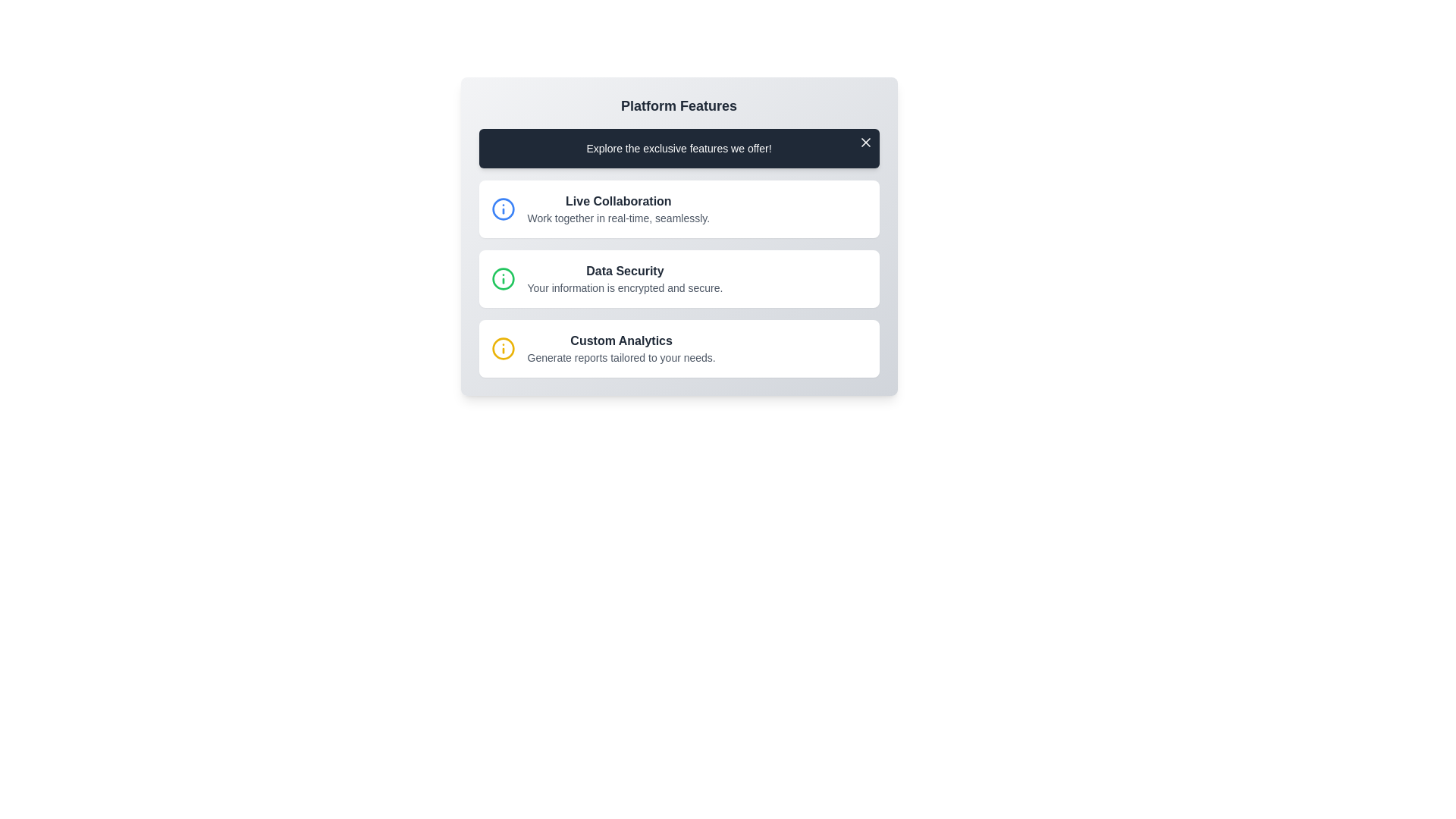 The width and height of the screenshot is (1456, 819). What do you see at coordinates (618, 209) in the screenshot?
I see `descriptive header for the 'Live Collaboration' feature, which is the first item in the vertically stacked list of features under 'Platform Features'` at bounding box center [618, 209].